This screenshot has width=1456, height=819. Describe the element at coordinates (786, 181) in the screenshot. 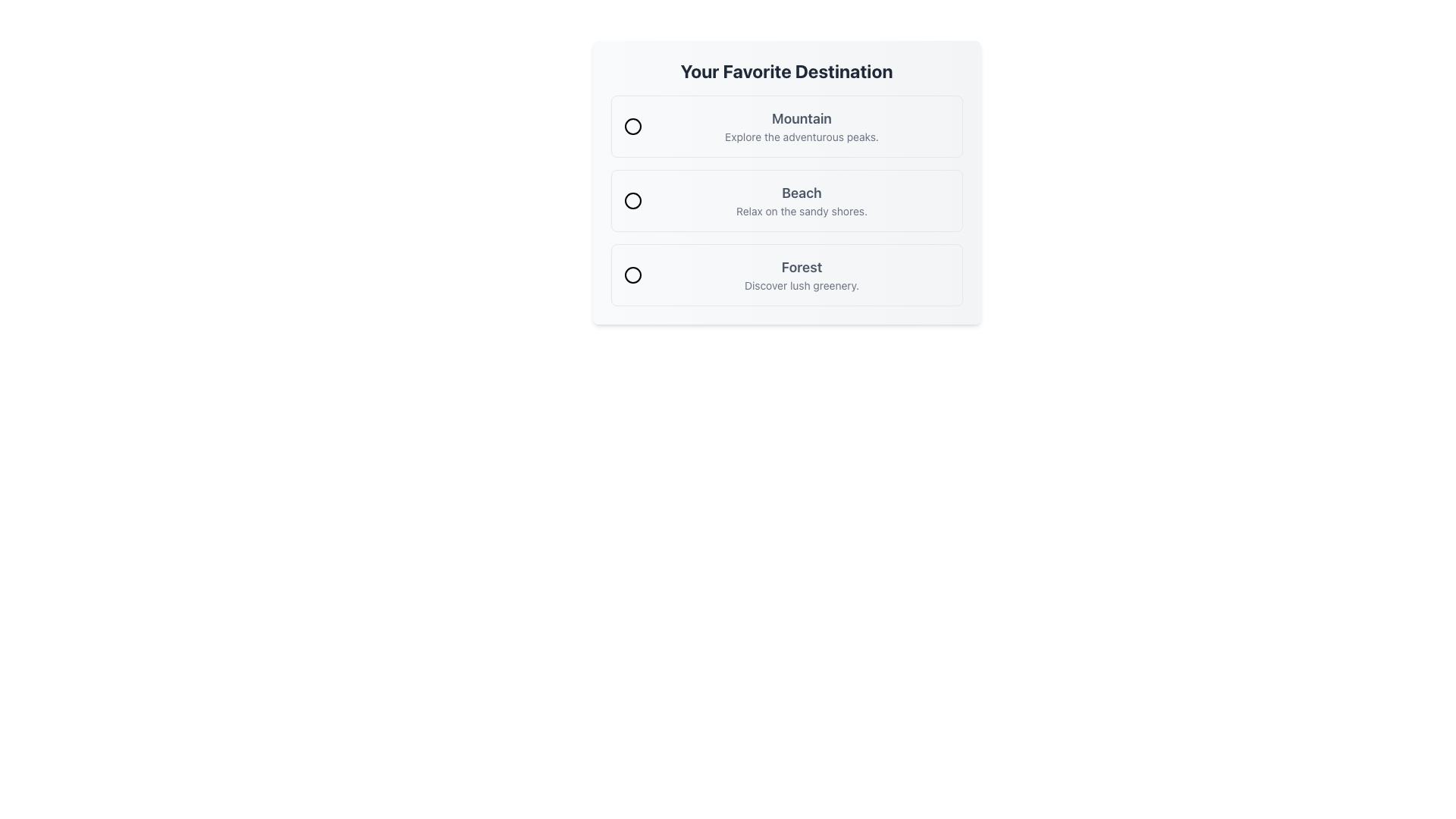

I see `the radio button within the 'Your Favorite Destination' section` at that location.